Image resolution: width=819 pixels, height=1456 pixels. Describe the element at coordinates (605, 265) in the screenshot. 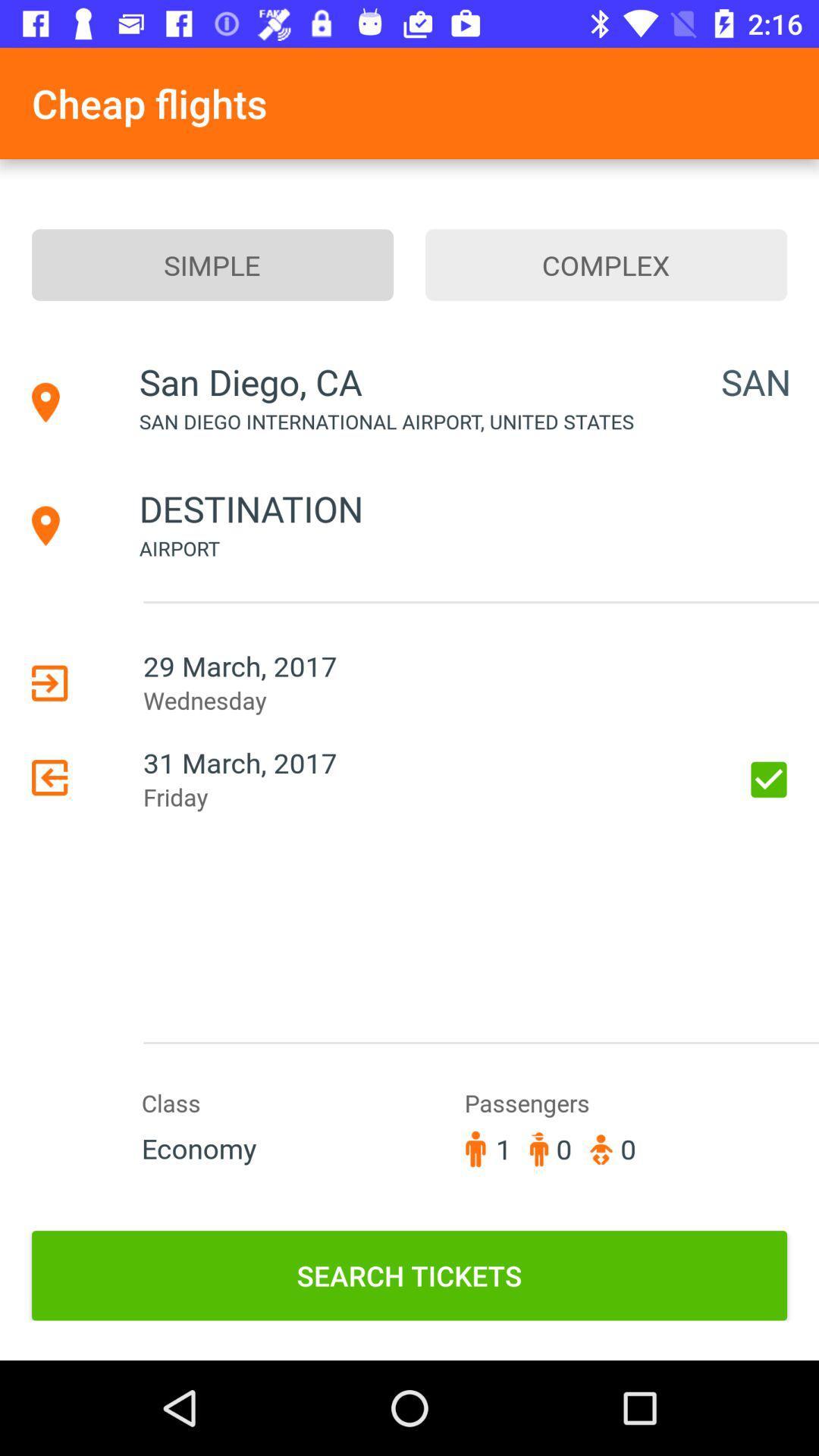

I see `item above san` at that location.